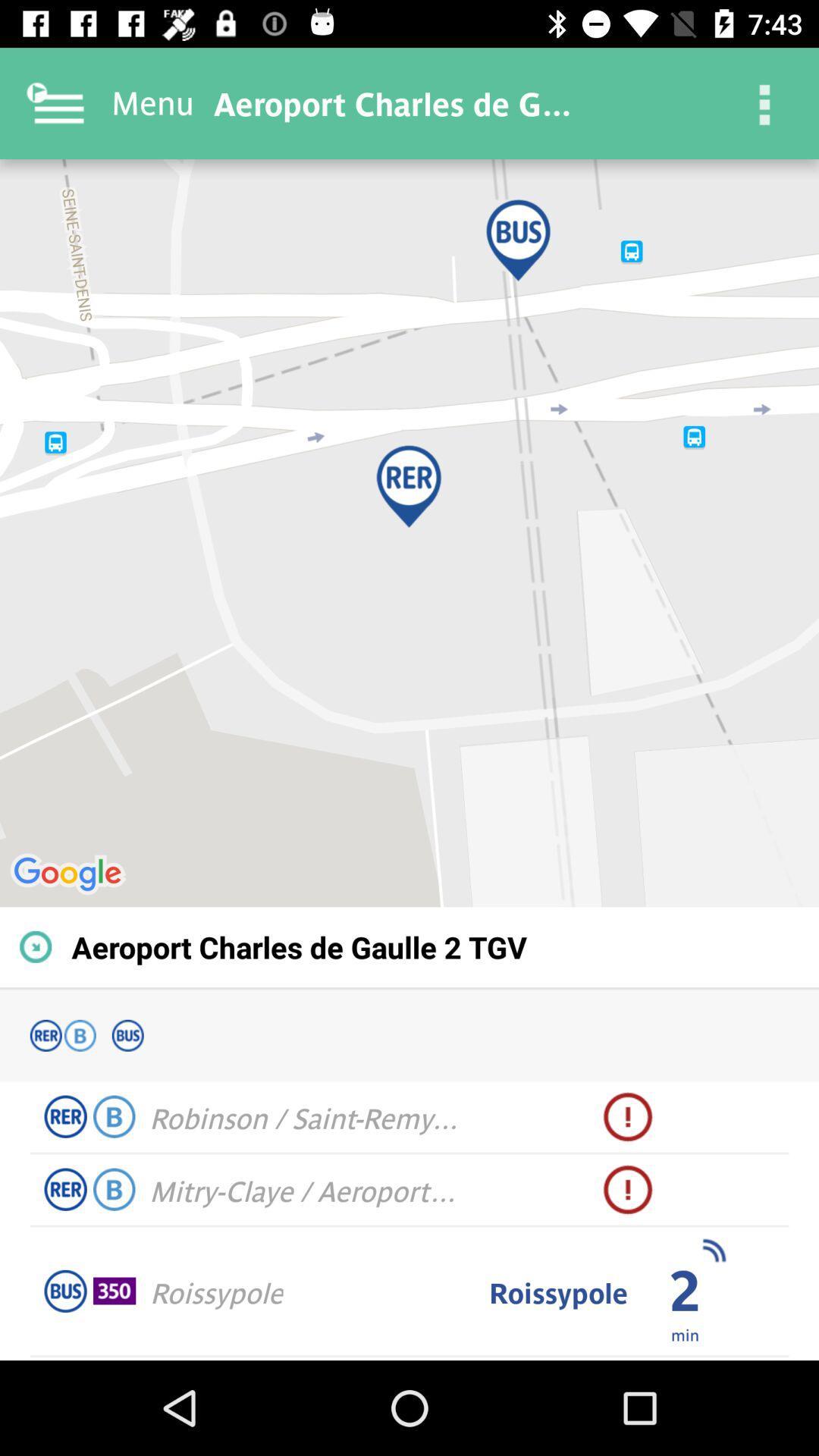 The image size is (819, 1456). Describe the element at coordinates (628, 1189) in the screenshot. I see `item to the right of mitry claye aeroport` at that location.